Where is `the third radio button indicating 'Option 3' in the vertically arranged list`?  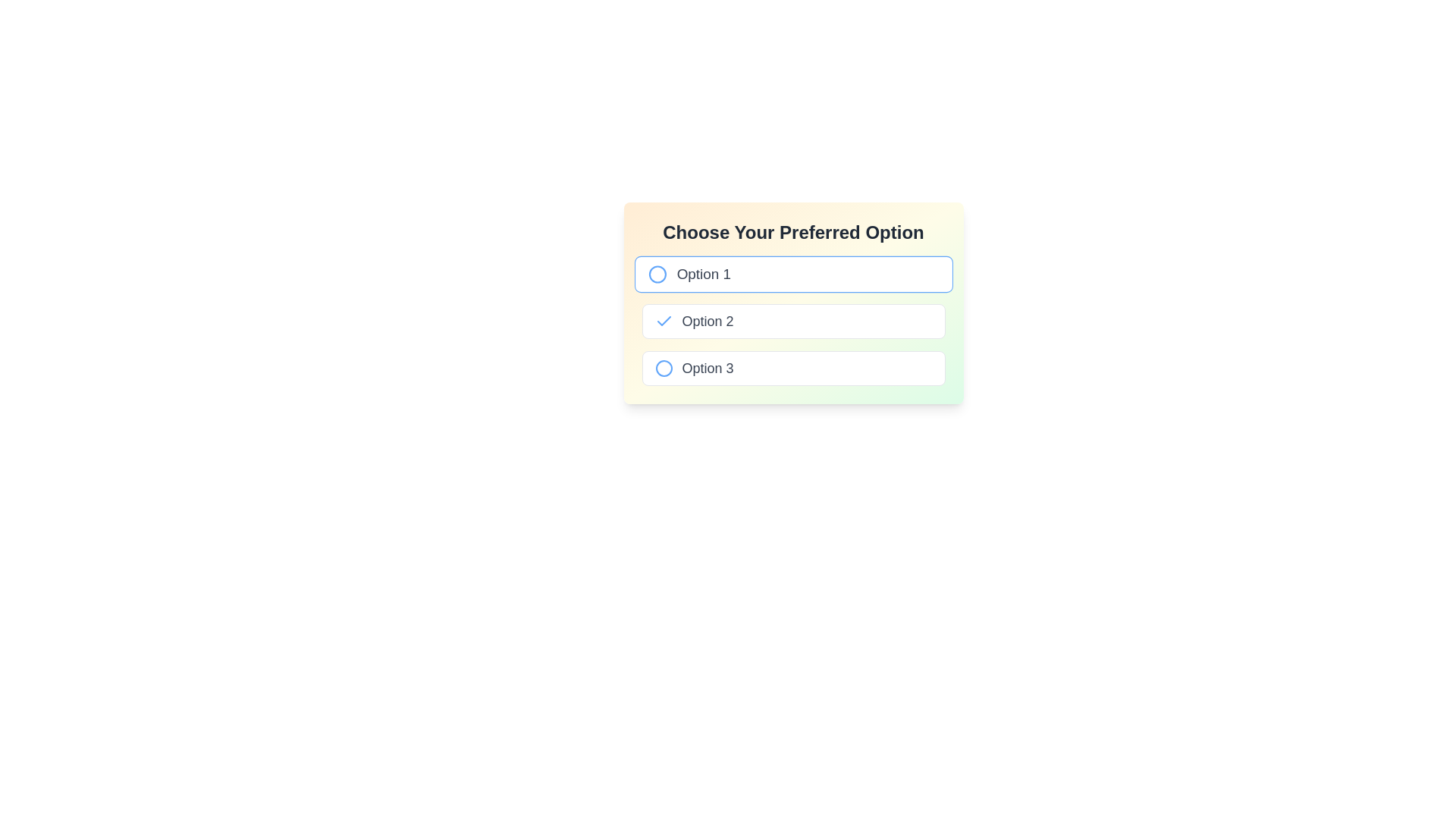 the third radio button indicating 'Option 3' in the vertically arranged list is located at coordinates (664, 369).